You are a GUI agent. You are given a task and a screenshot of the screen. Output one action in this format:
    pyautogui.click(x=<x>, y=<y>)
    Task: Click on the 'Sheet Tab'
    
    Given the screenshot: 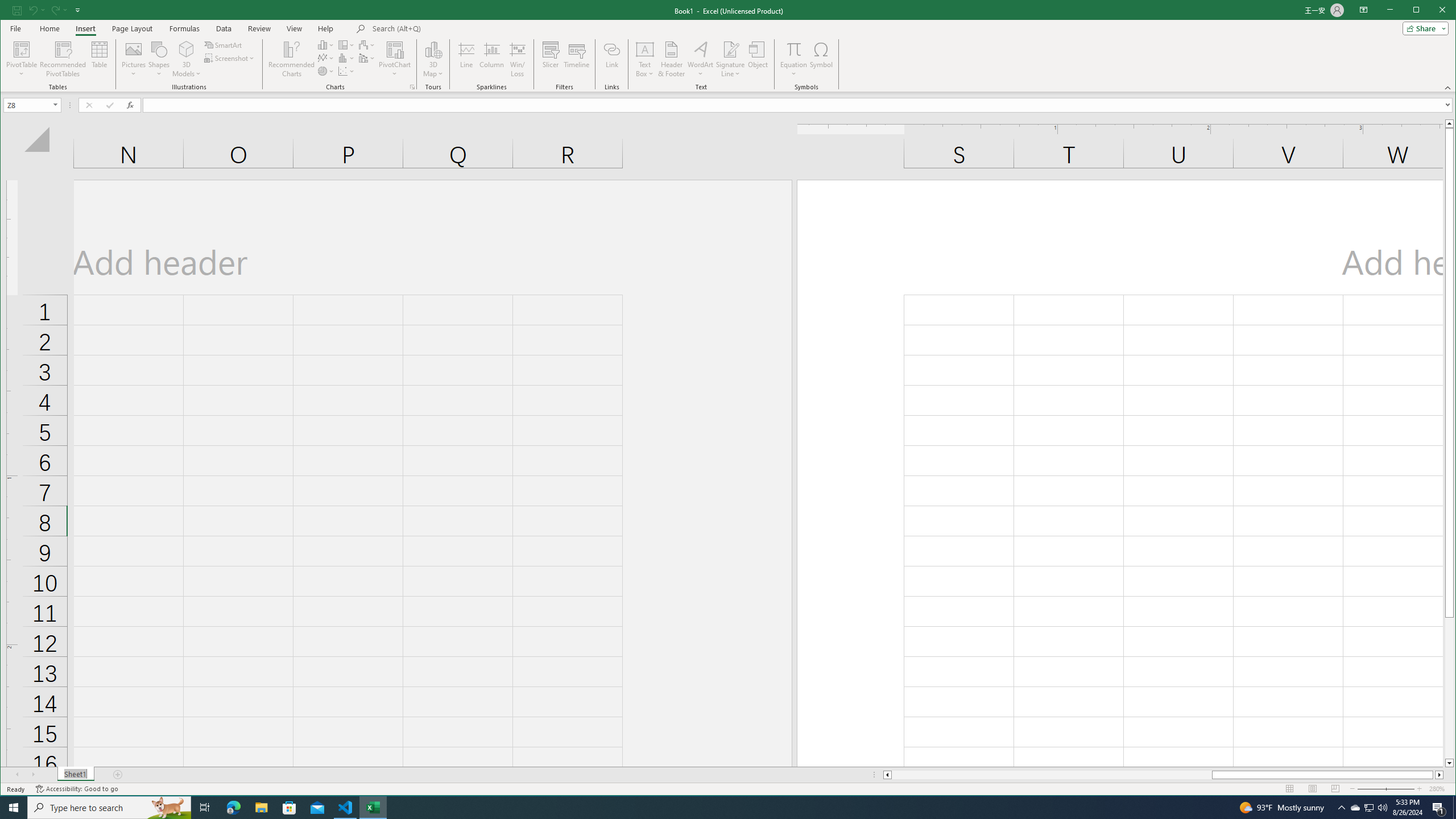 What is the action you would take?
    pyautogui.click(x=76, y=775)
    